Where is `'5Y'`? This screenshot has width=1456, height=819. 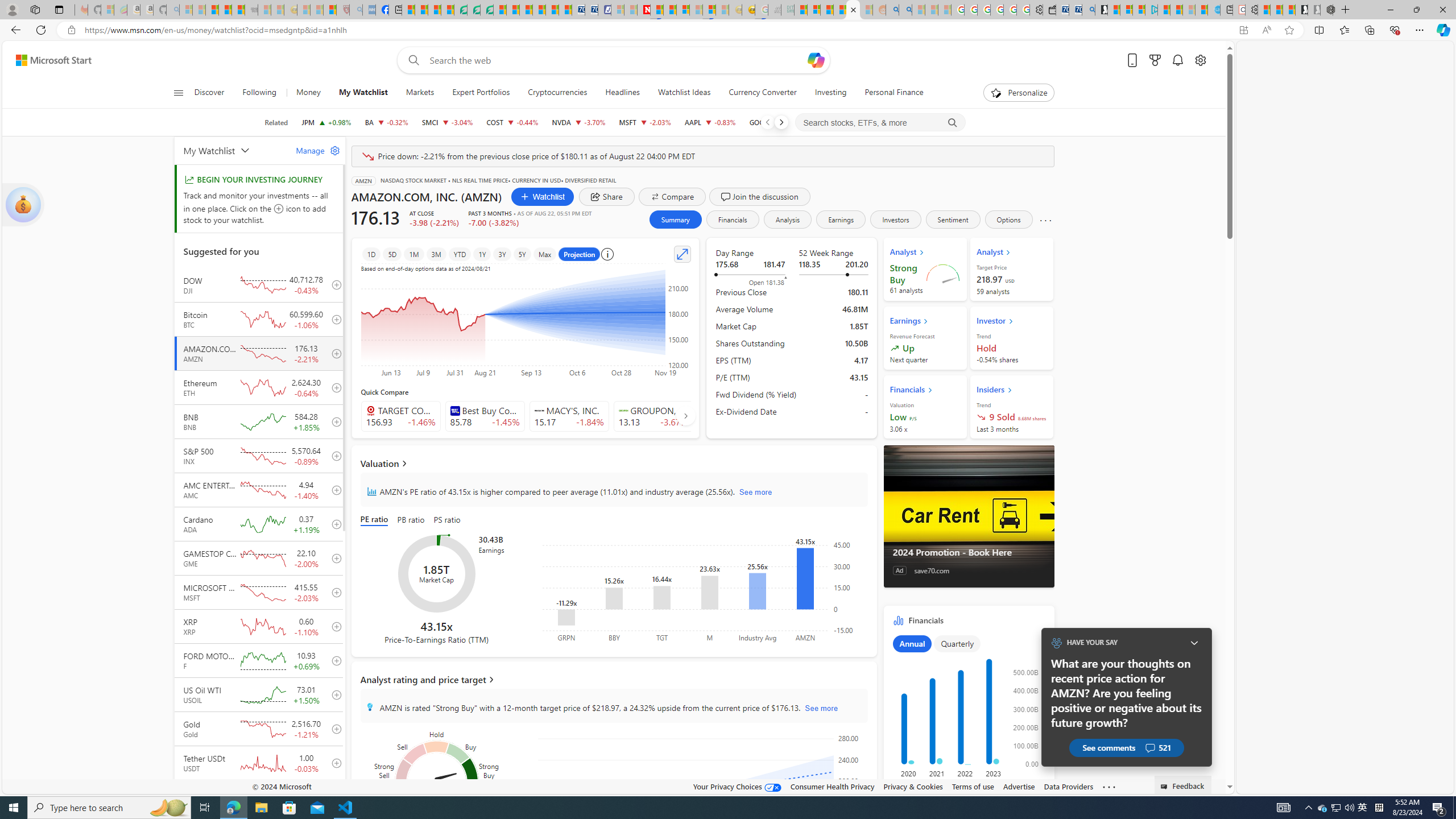 '5Y' is located at coordinates (522, 254).